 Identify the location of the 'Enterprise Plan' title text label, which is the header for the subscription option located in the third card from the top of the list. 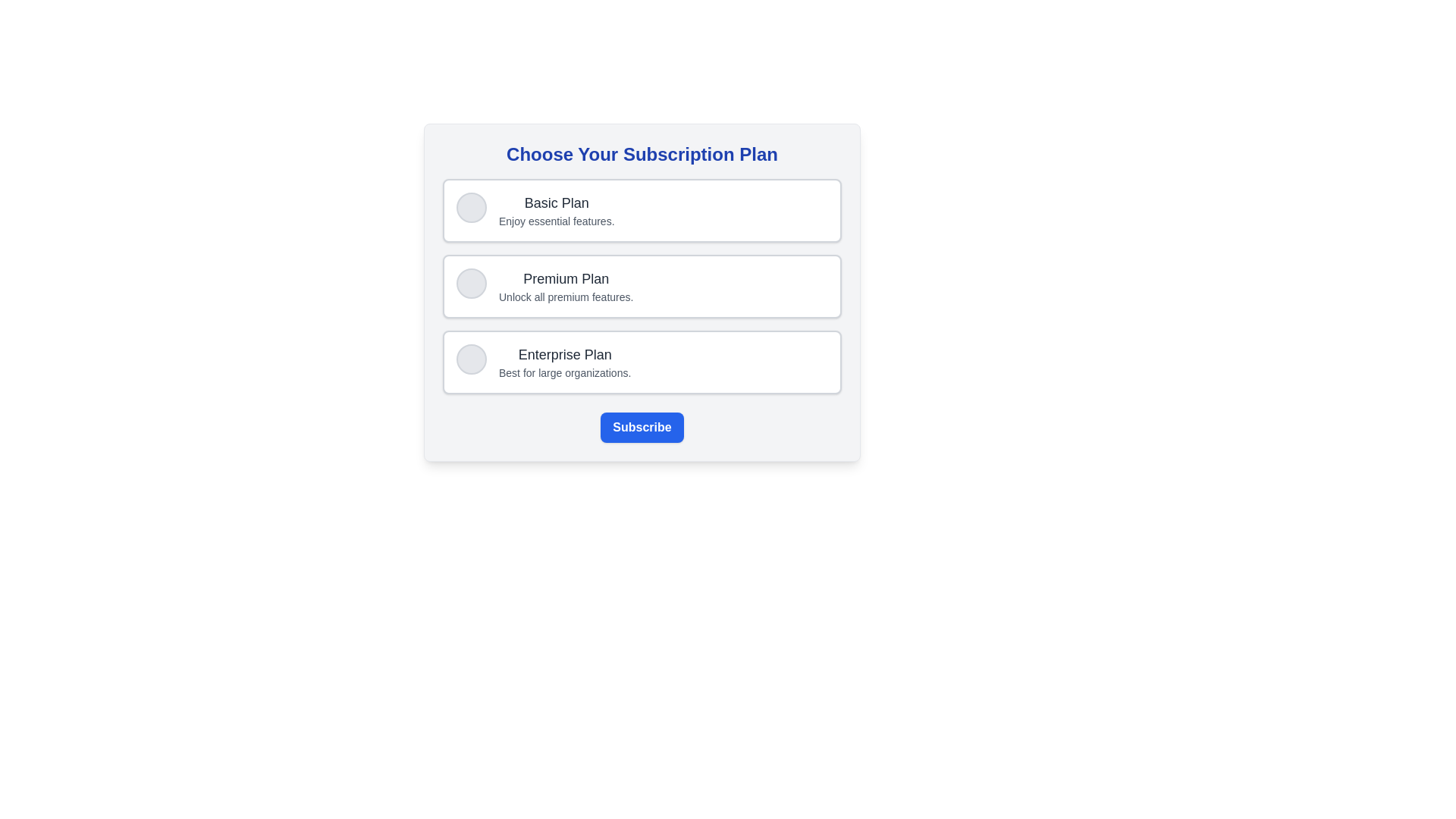
(564, 354).